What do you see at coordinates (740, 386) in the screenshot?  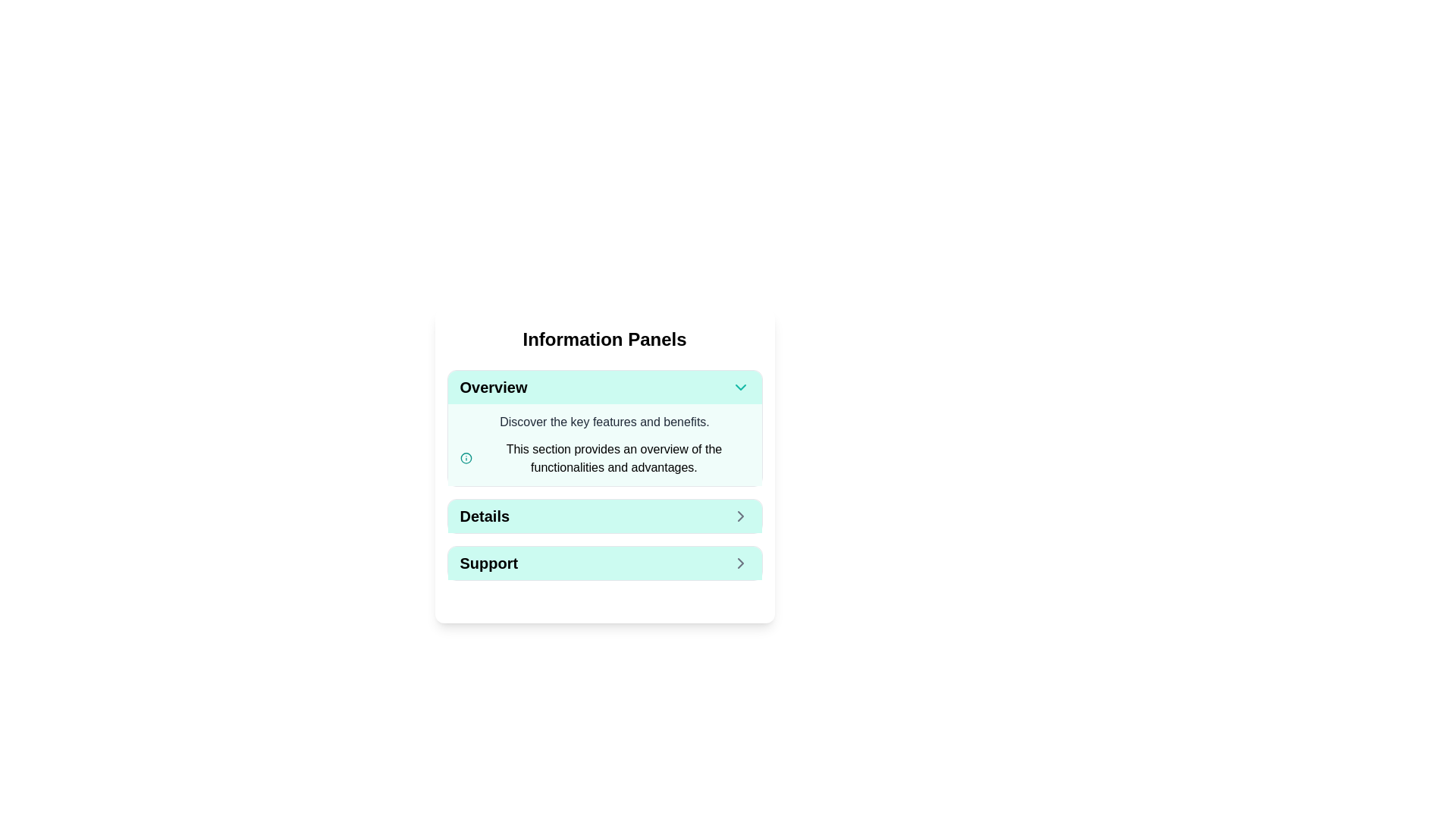 I see `the downward-facing teal chevron arrow located on the right side of the 'Overview' header bar for tooltip or animation` at bounding box center [740, 386].